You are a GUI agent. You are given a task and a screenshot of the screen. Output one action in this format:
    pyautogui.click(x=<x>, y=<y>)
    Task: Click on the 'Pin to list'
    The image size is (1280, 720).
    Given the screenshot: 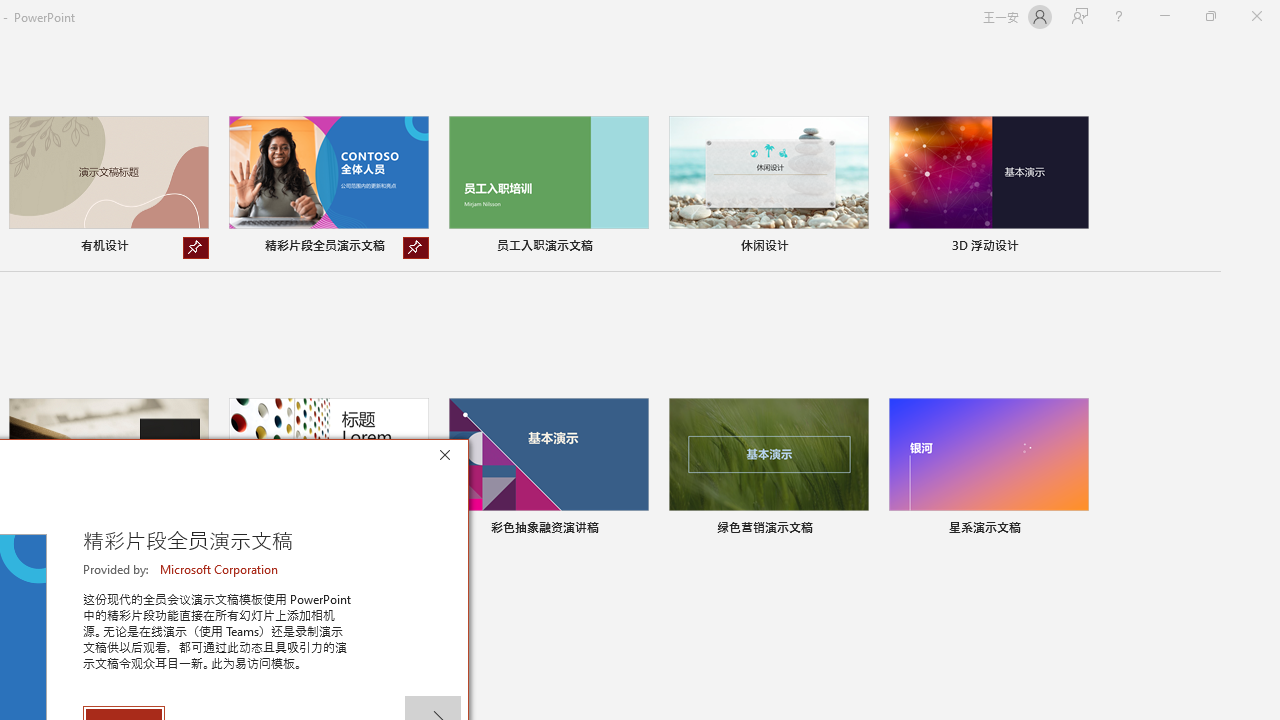 What is the action you would take?
    pyautogui.click(x=1074, y=528)
    